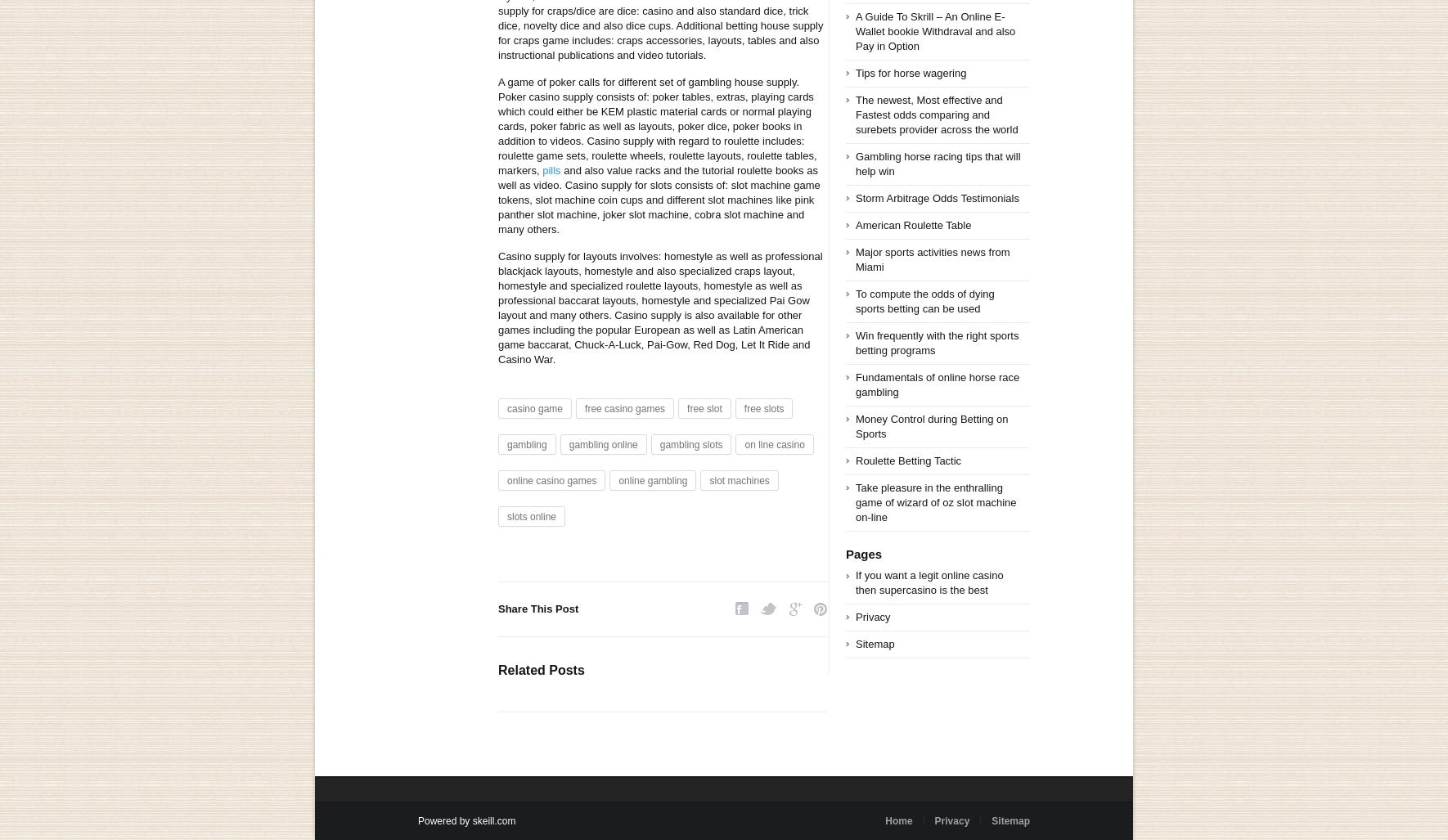 Image resolution: width=1448 pixels, height=840 pixels. Describe the element at coordinates (929, 582) in the screenshot. I see `'If you want a legit online casino then supercasino is the best'` at that location.